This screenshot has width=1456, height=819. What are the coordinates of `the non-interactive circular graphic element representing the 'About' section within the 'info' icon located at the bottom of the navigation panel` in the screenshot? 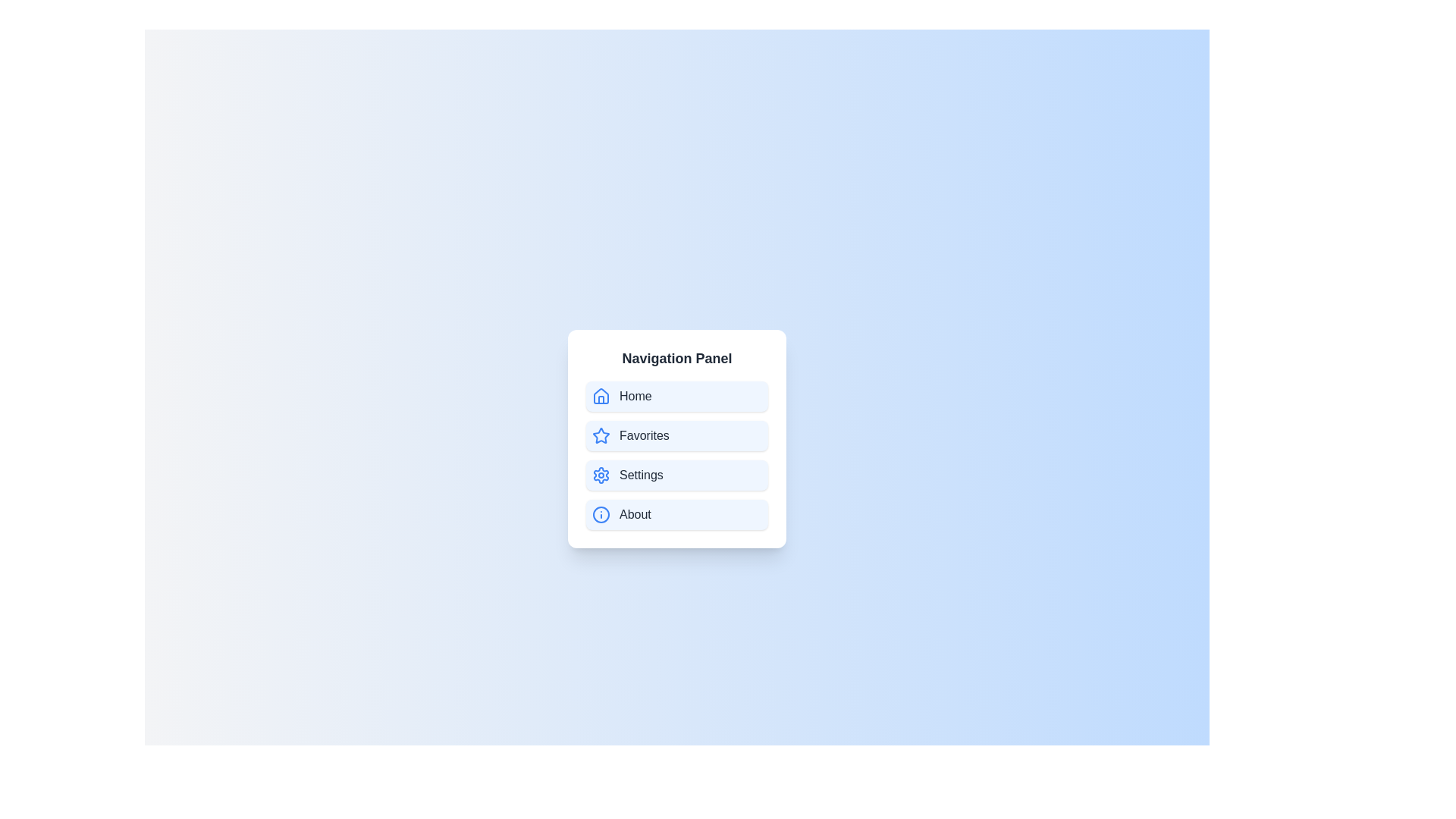 It's located at (600, 513).